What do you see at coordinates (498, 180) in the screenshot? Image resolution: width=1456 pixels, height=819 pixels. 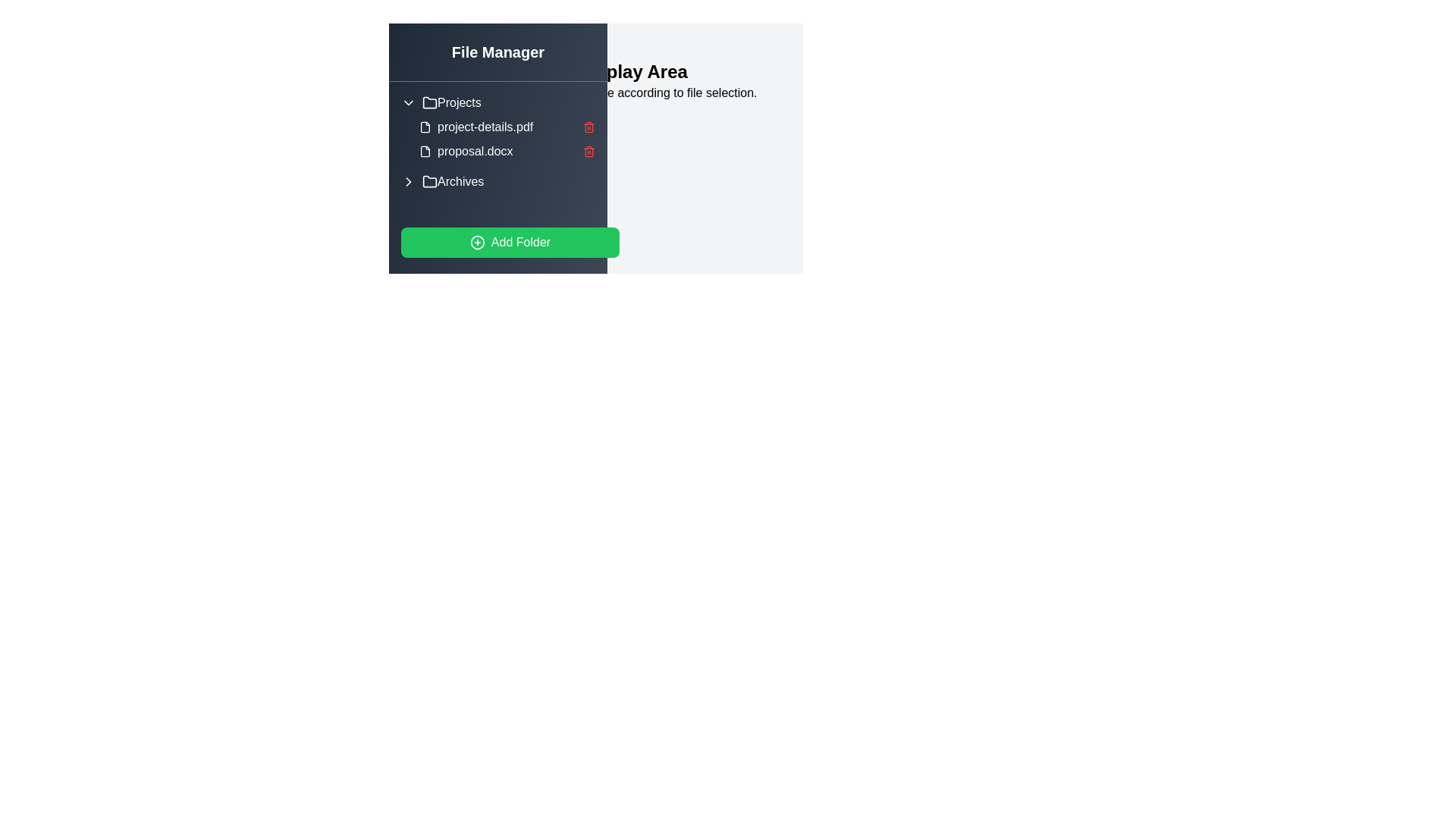 I see `the 'Archives' folder item` at bounding box center [498, 180].